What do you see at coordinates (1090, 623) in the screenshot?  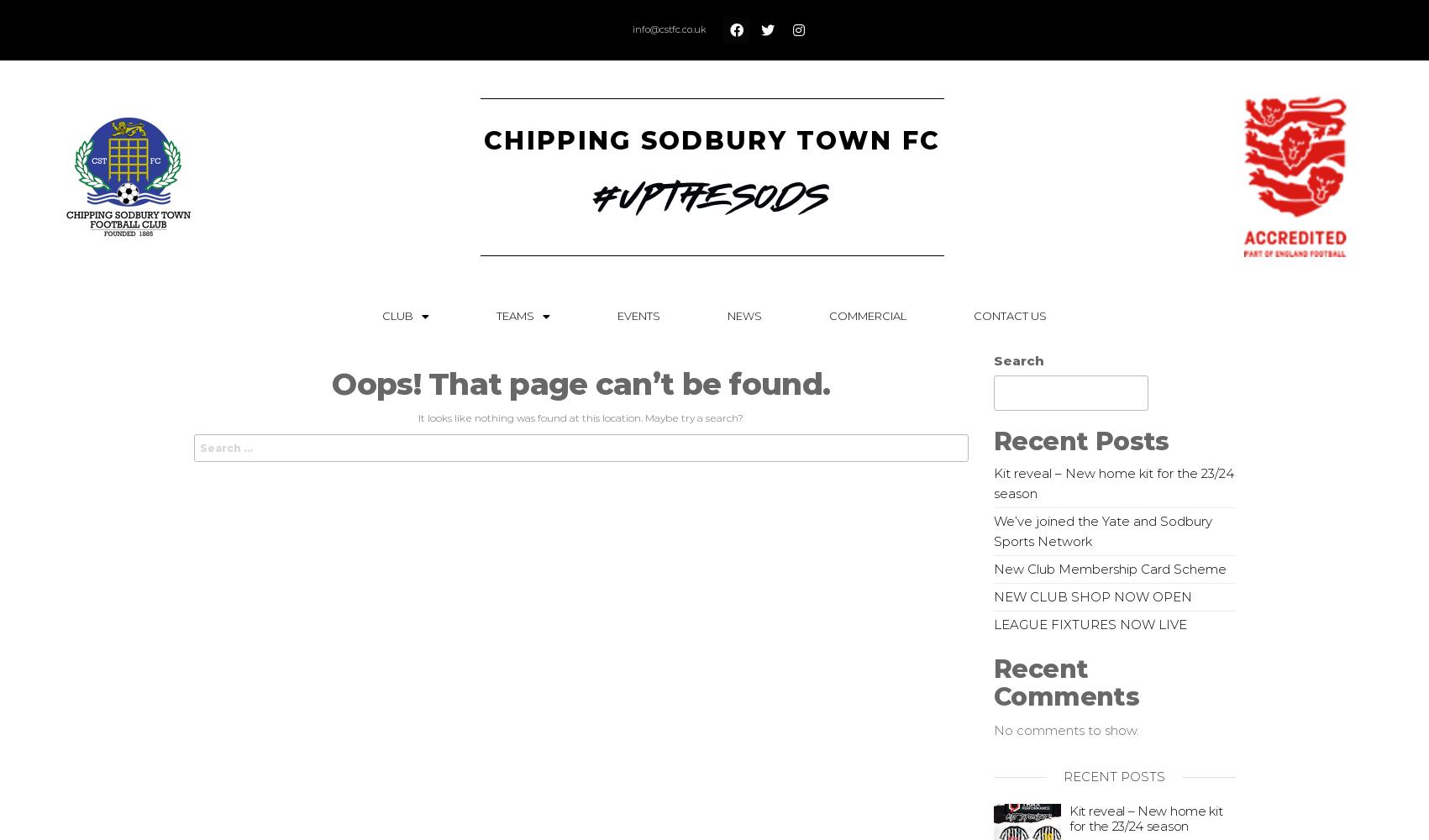 I see `'LEAGUE FIXTURES NOW LIVE'` at bounding box center [1090, 623].